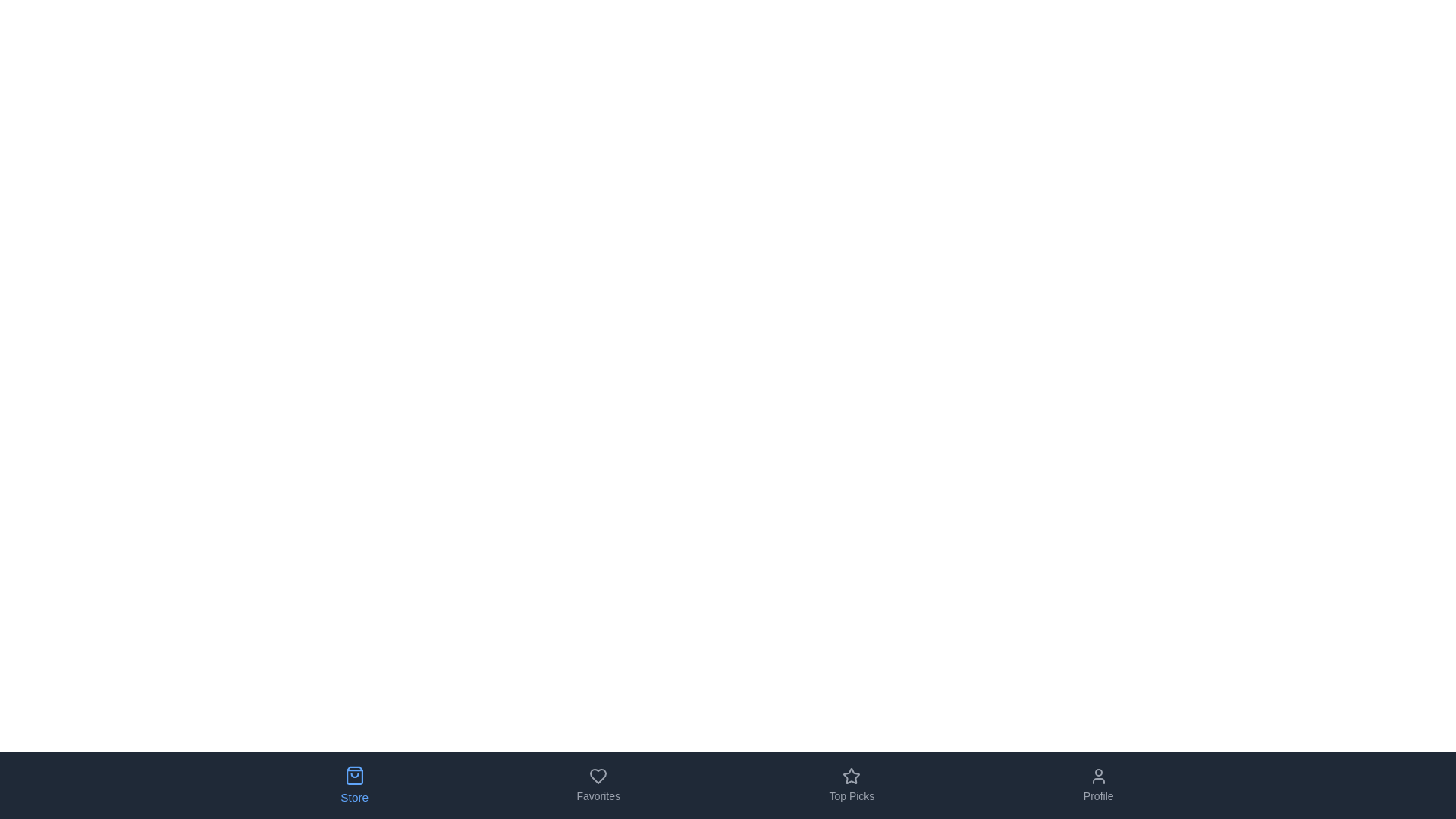  Describe the element at coordinates (598, 785) in the screenshot. I see `the tab labeled Favorites` at that location.